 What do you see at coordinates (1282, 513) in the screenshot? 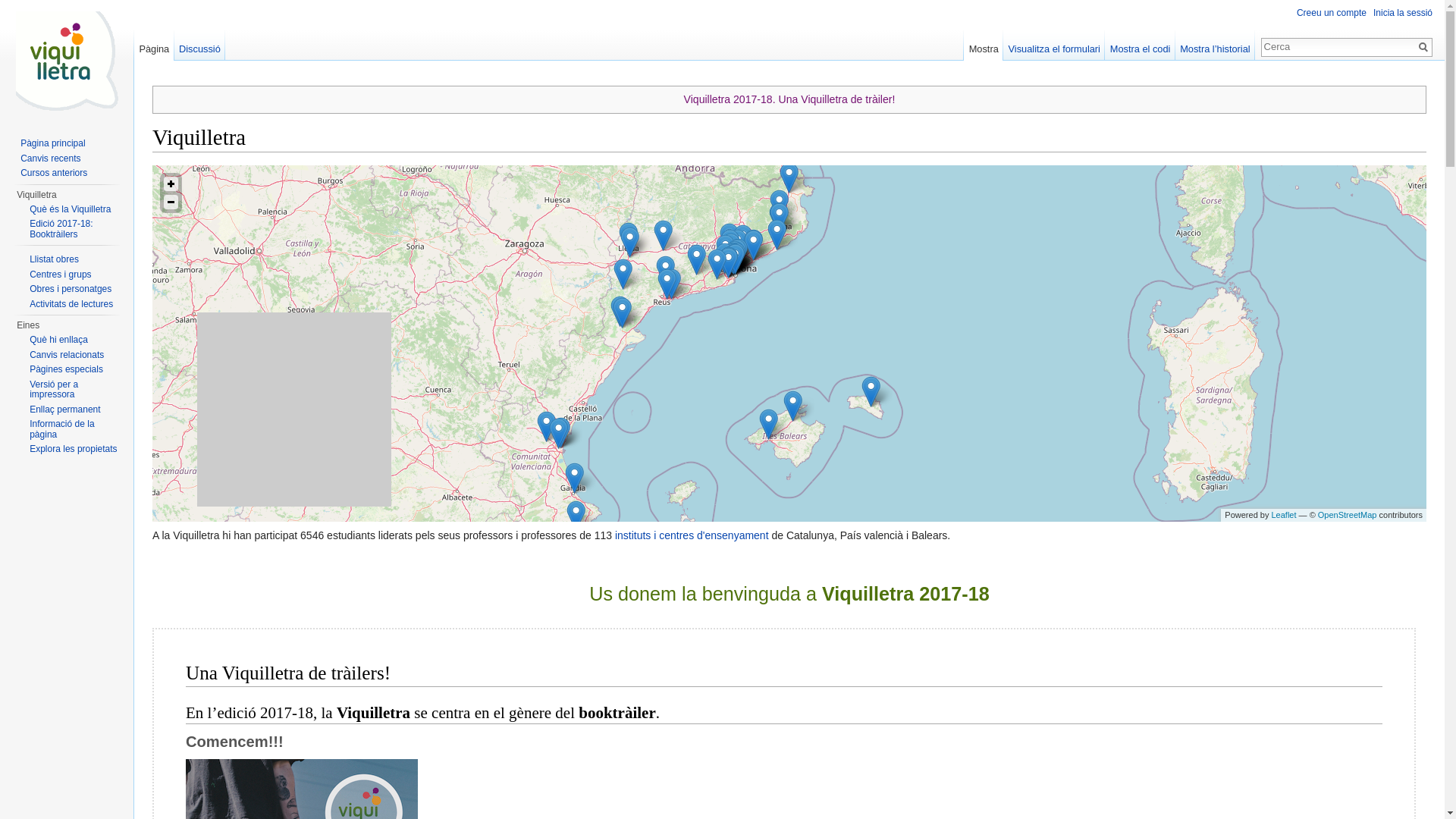
I see `'Leaflet'` at bounding box center [1282, 513].